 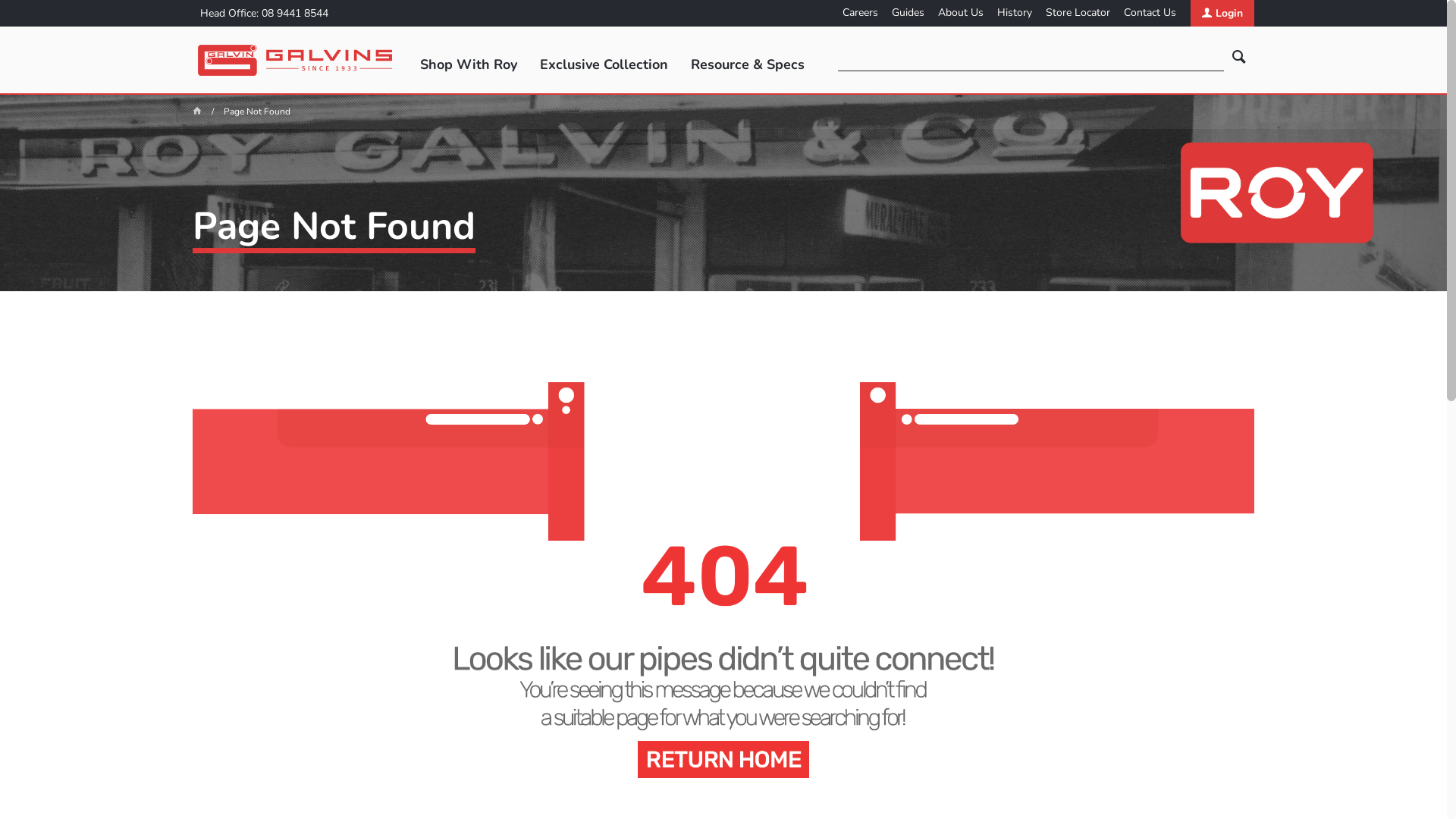 I want to click on 'Guides', so click(x=908, y=13).